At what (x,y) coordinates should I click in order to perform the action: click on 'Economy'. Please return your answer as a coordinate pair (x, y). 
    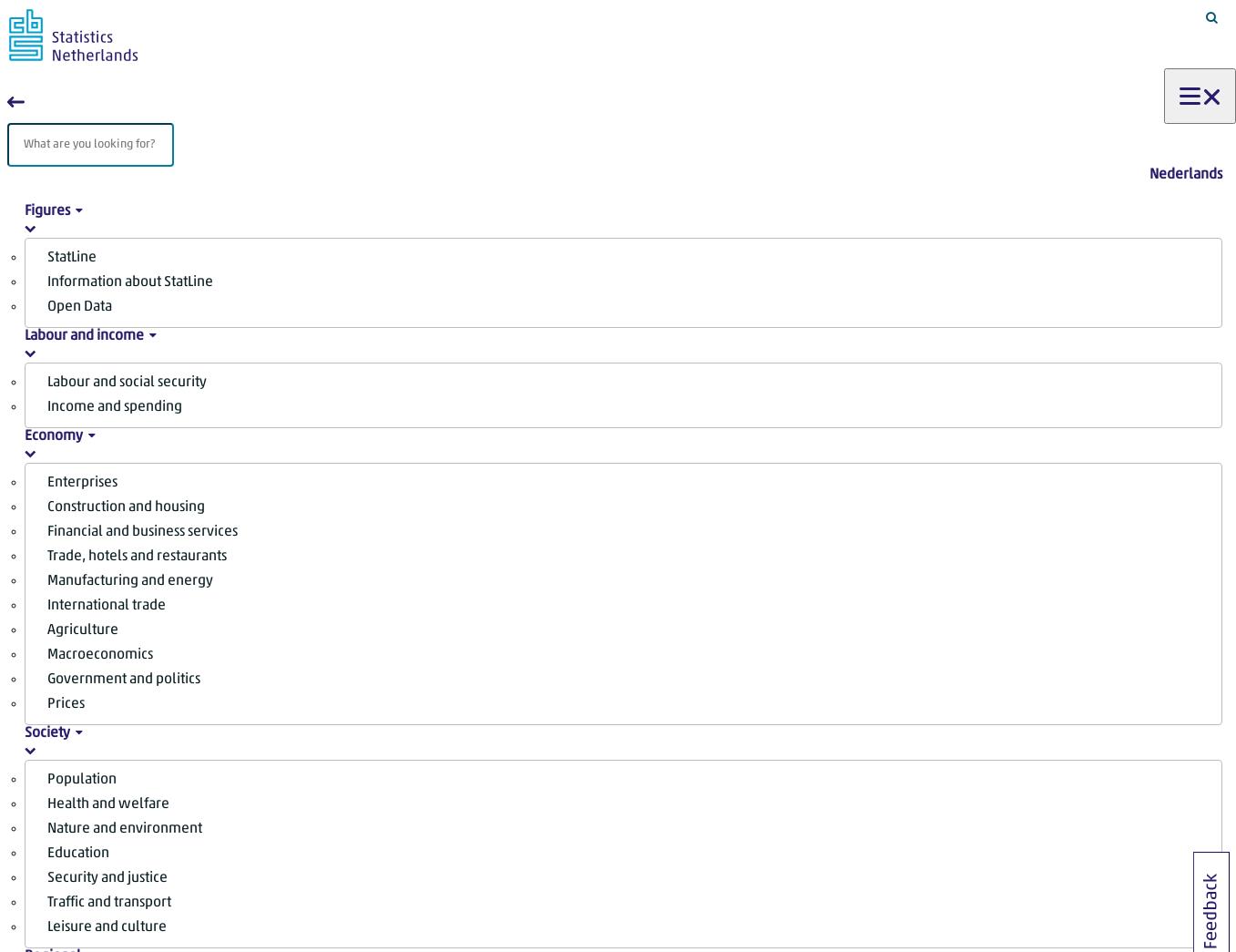
    Looking at the image, I should click on (54, 435).